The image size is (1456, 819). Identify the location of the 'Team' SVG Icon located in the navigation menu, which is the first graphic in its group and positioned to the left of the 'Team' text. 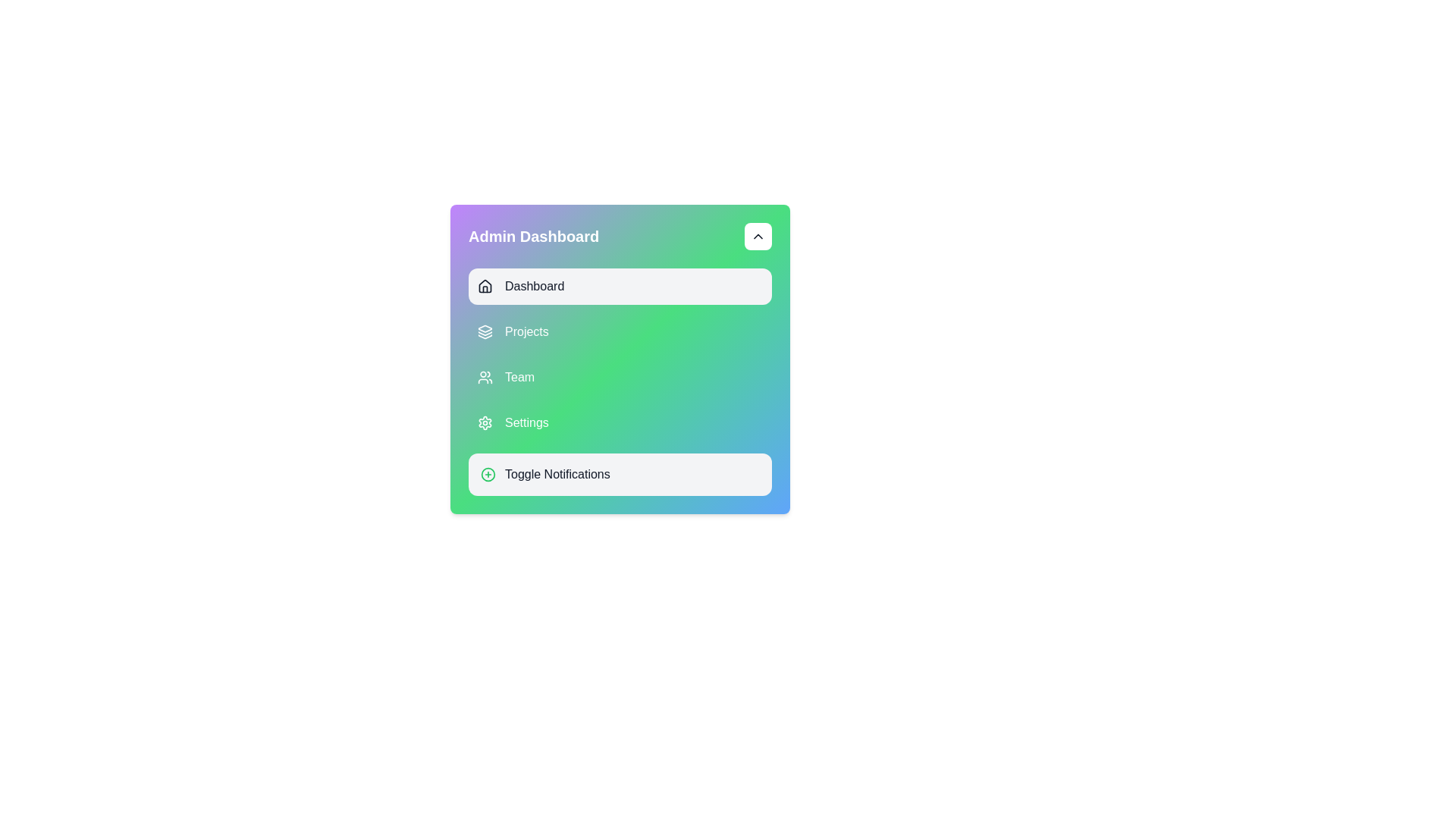
(484, 376).